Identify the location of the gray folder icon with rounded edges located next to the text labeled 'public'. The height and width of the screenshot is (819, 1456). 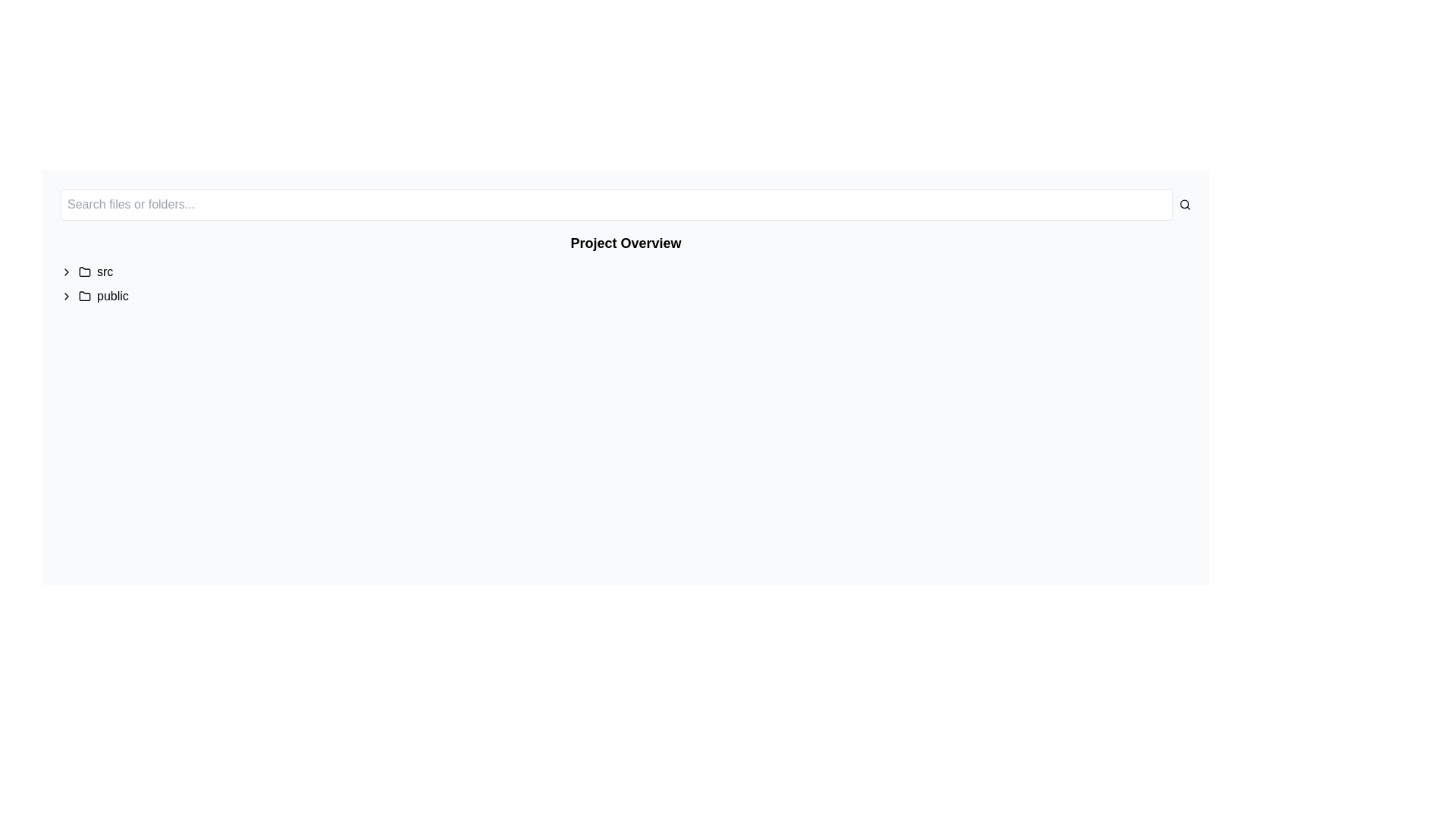
(83, 296).